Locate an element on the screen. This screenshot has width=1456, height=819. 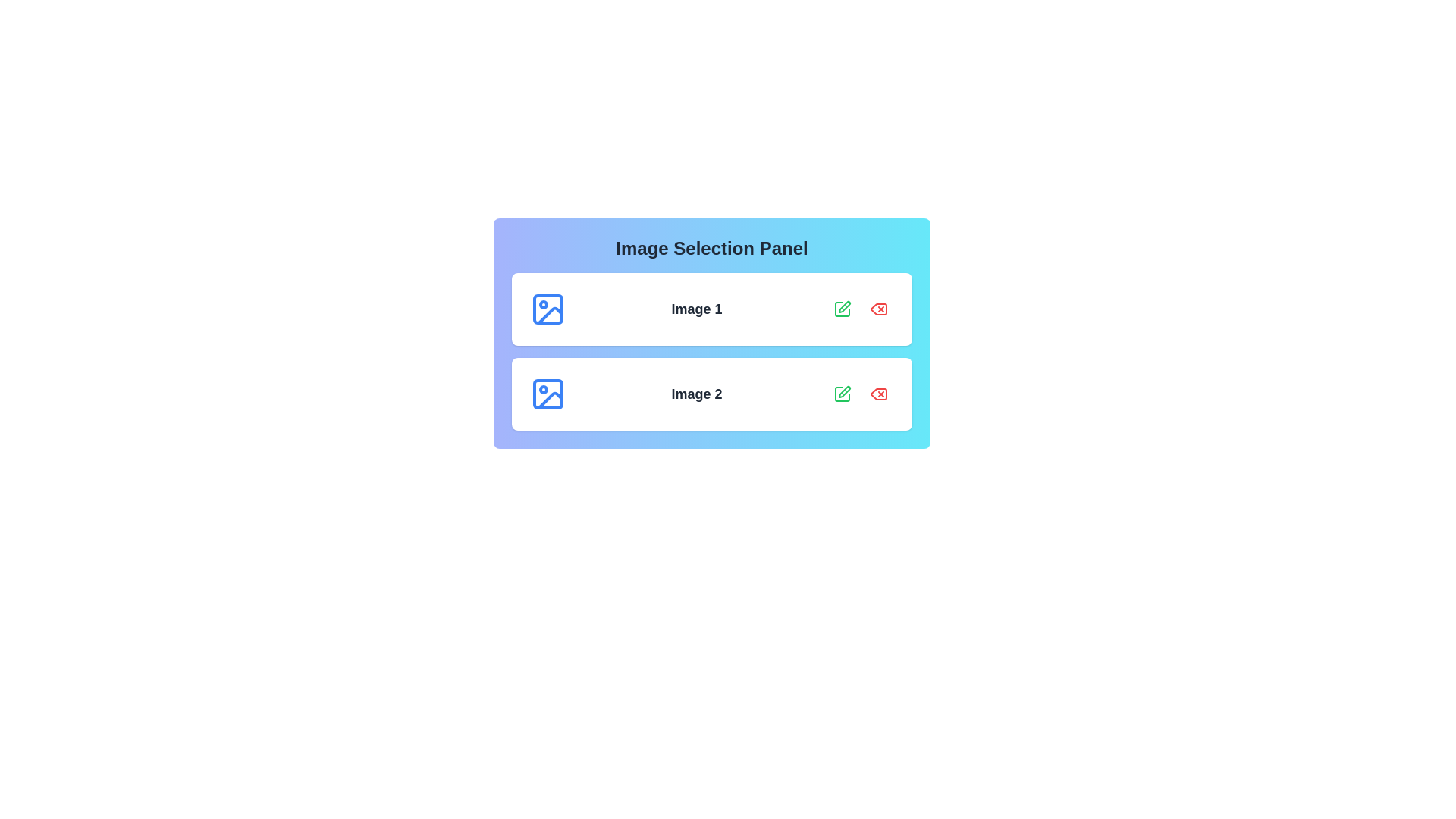
the edit button associated with 'Image 2' to initiate editing is located at coordinates (841, 394).